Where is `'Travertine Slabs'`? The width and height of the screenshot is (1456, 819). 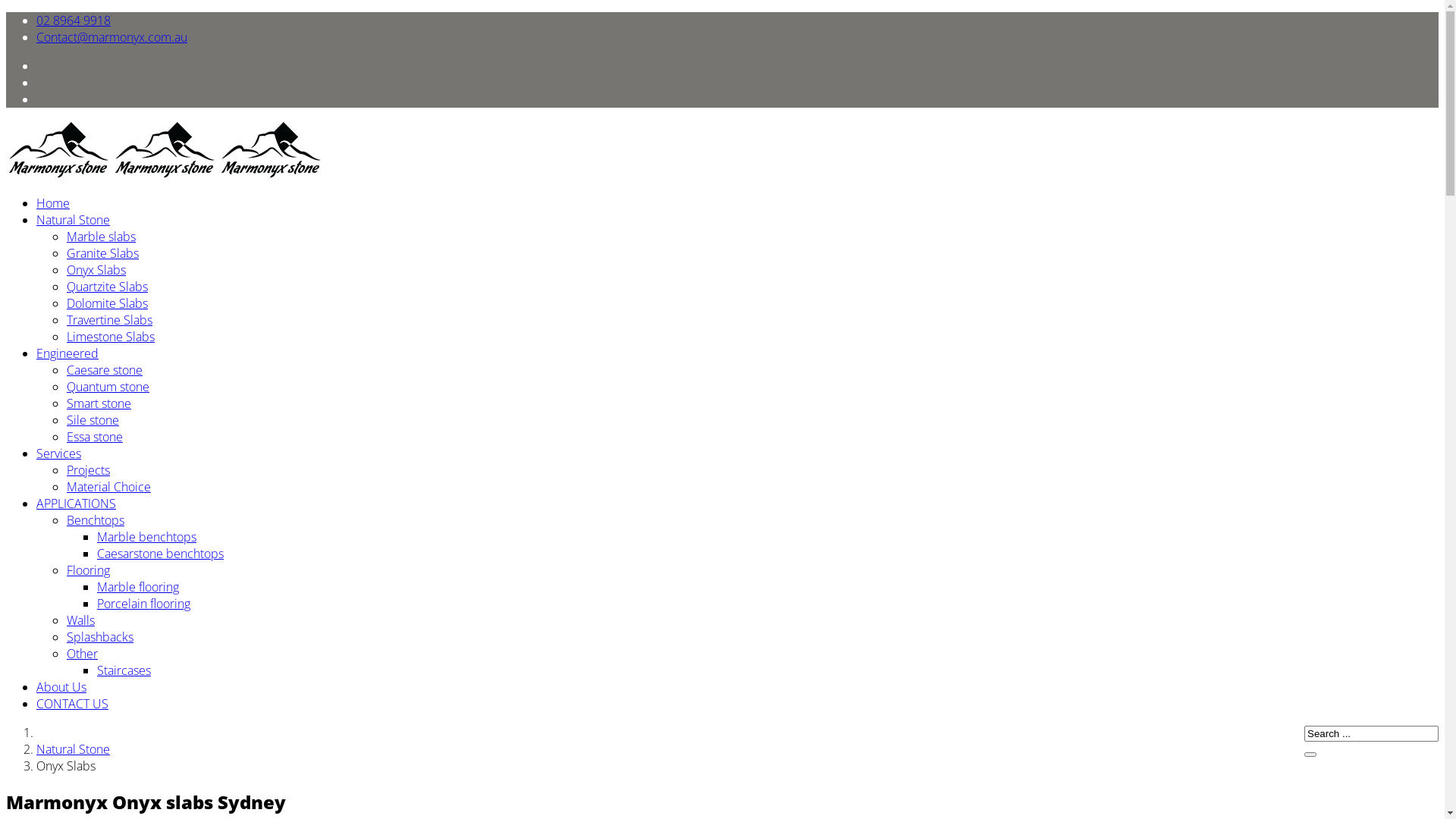
'Travertine Slabs' is located at coordinates (108, 318).